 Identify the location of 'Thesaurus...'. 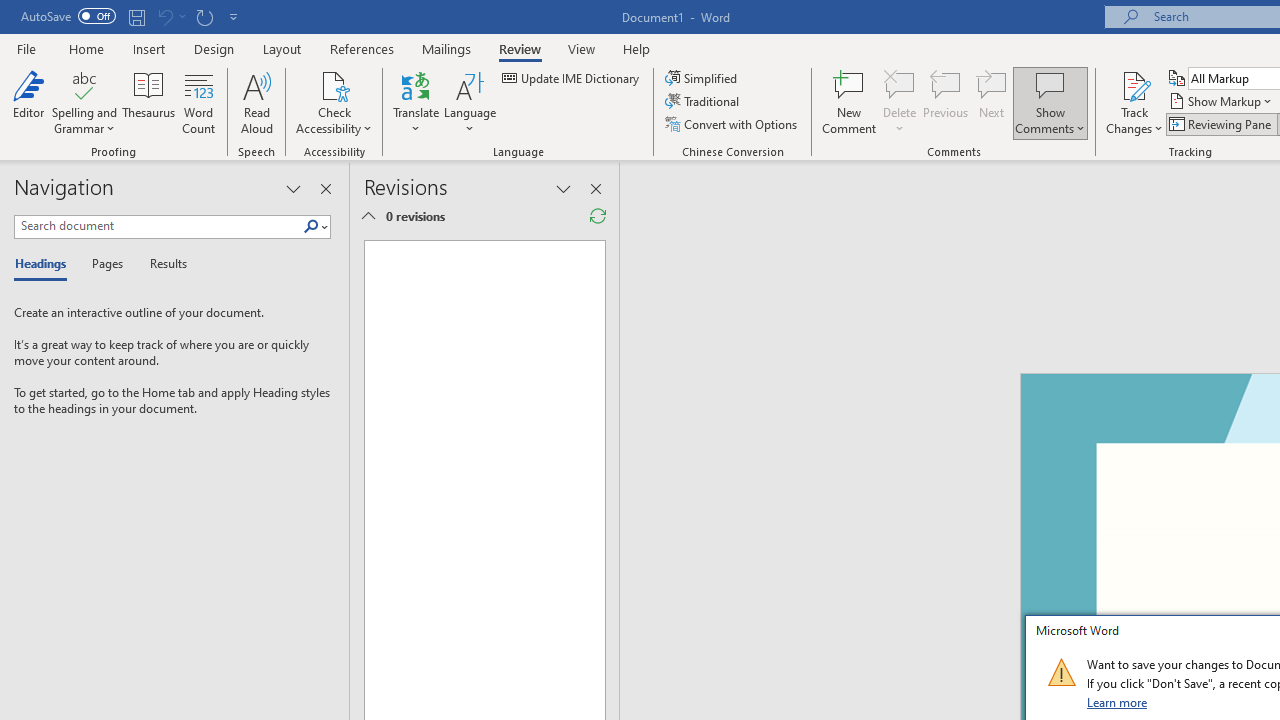
(148, 103).